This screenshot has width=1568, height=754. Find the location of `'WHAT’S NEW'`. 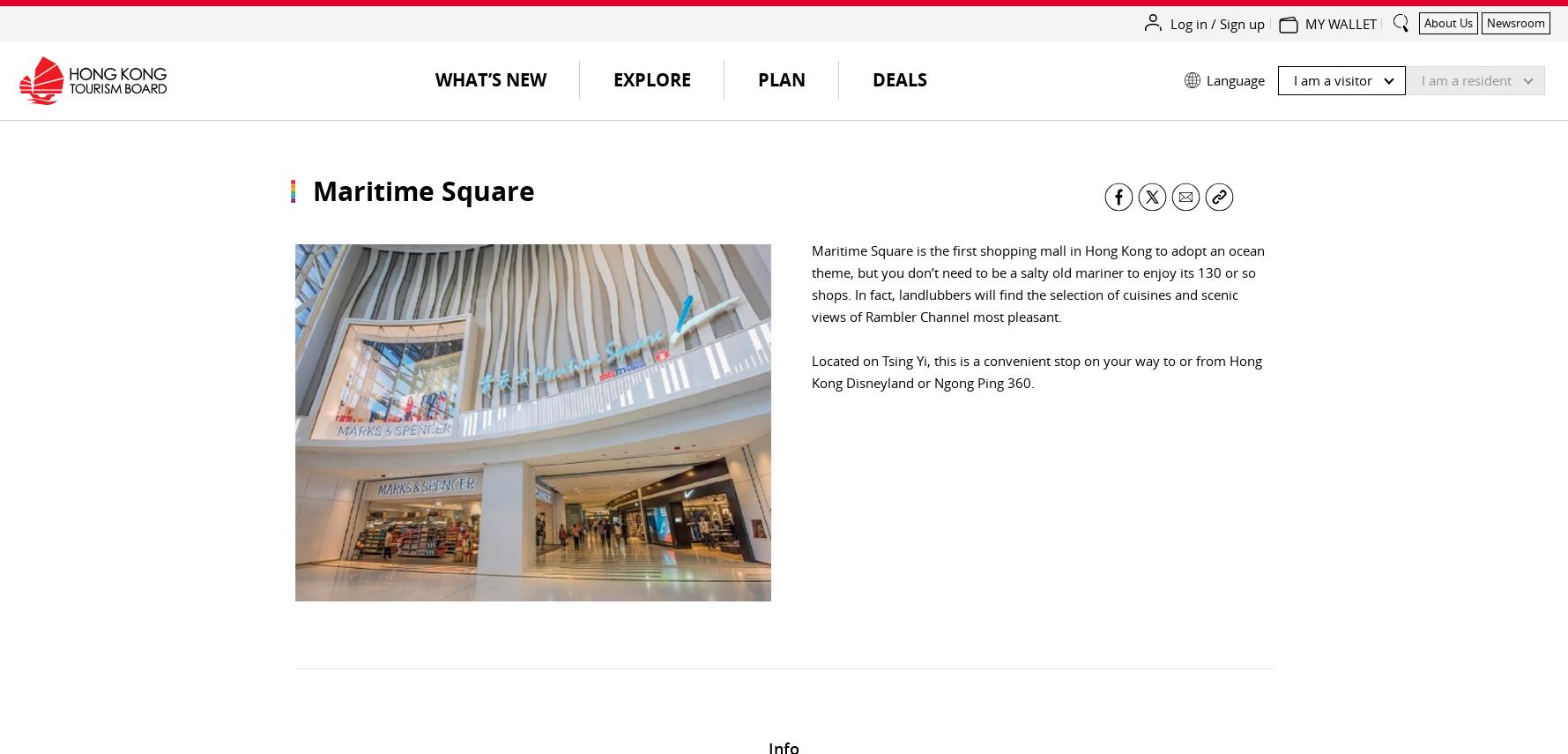

'WHAT’S NEW' is located at coordinates (489, 79).